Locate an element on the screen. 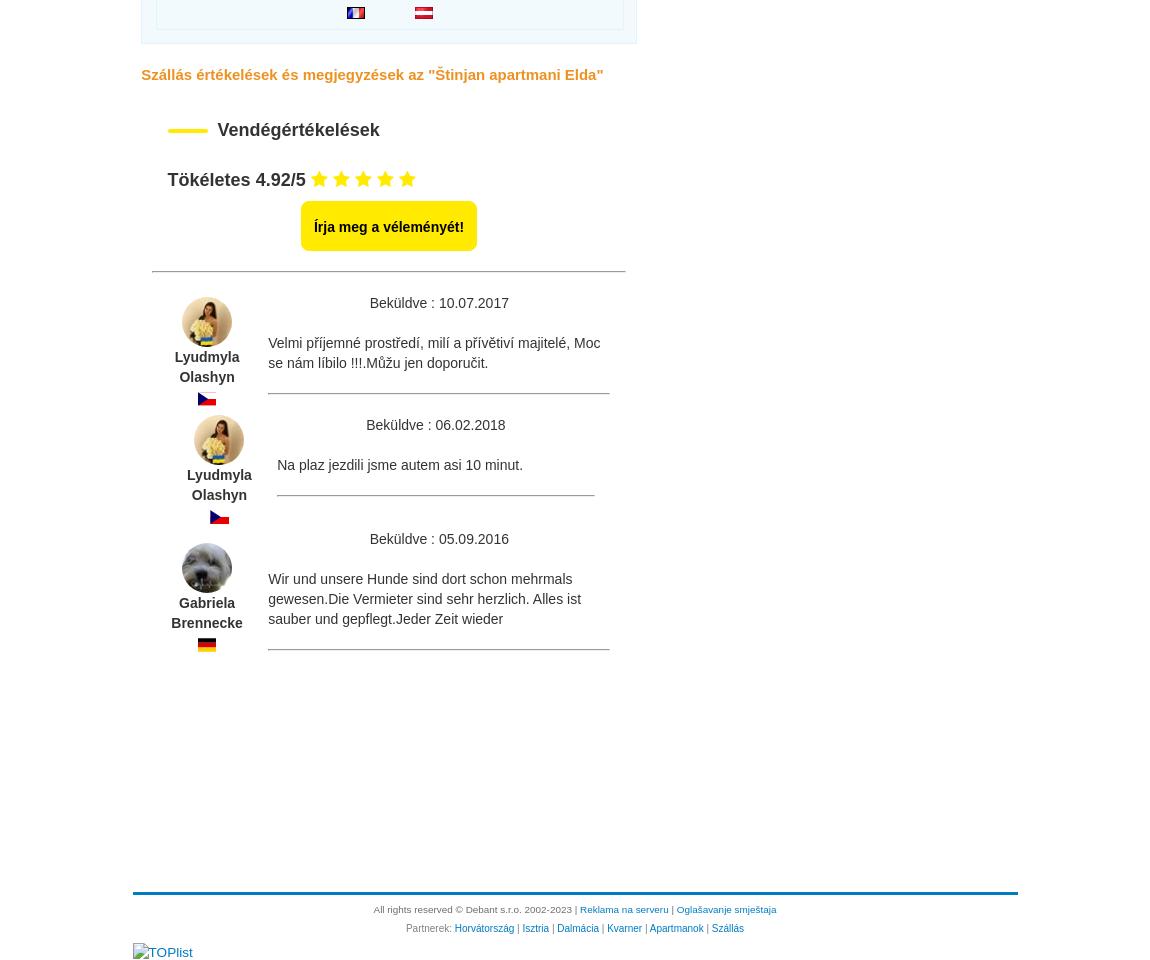  'Kapcsolatfelvétel' is located at coordinates (154, 829).